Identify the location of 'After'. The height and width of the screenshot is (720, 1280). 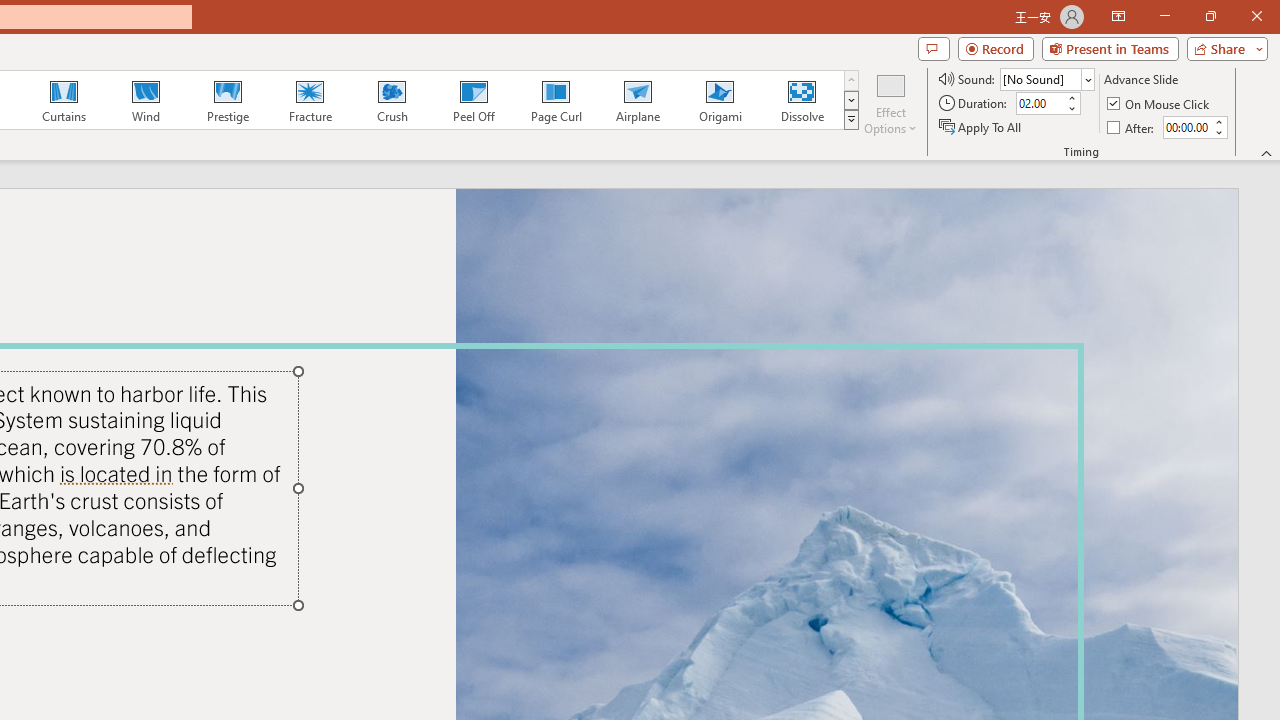
(1132, 127).